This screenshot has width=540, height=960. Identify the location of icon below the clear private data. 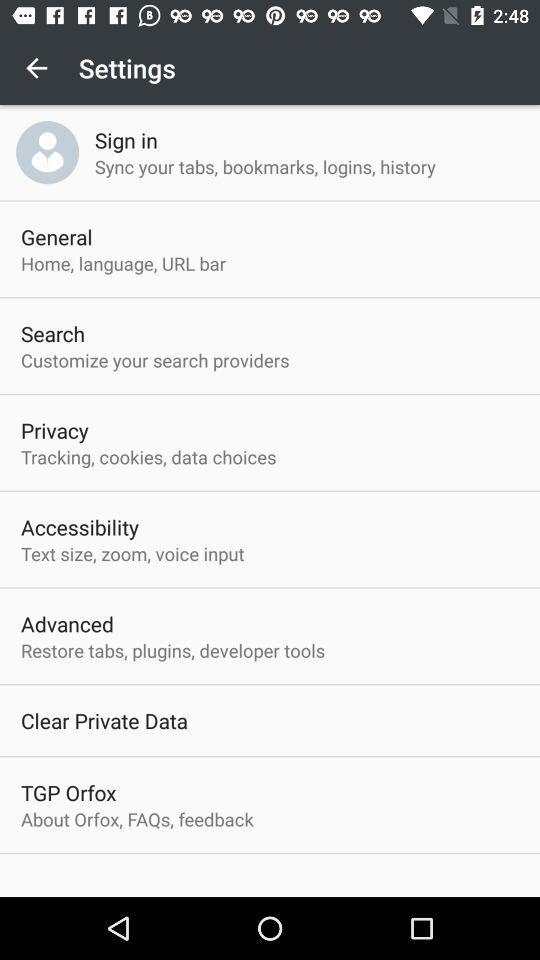
(67, 792).